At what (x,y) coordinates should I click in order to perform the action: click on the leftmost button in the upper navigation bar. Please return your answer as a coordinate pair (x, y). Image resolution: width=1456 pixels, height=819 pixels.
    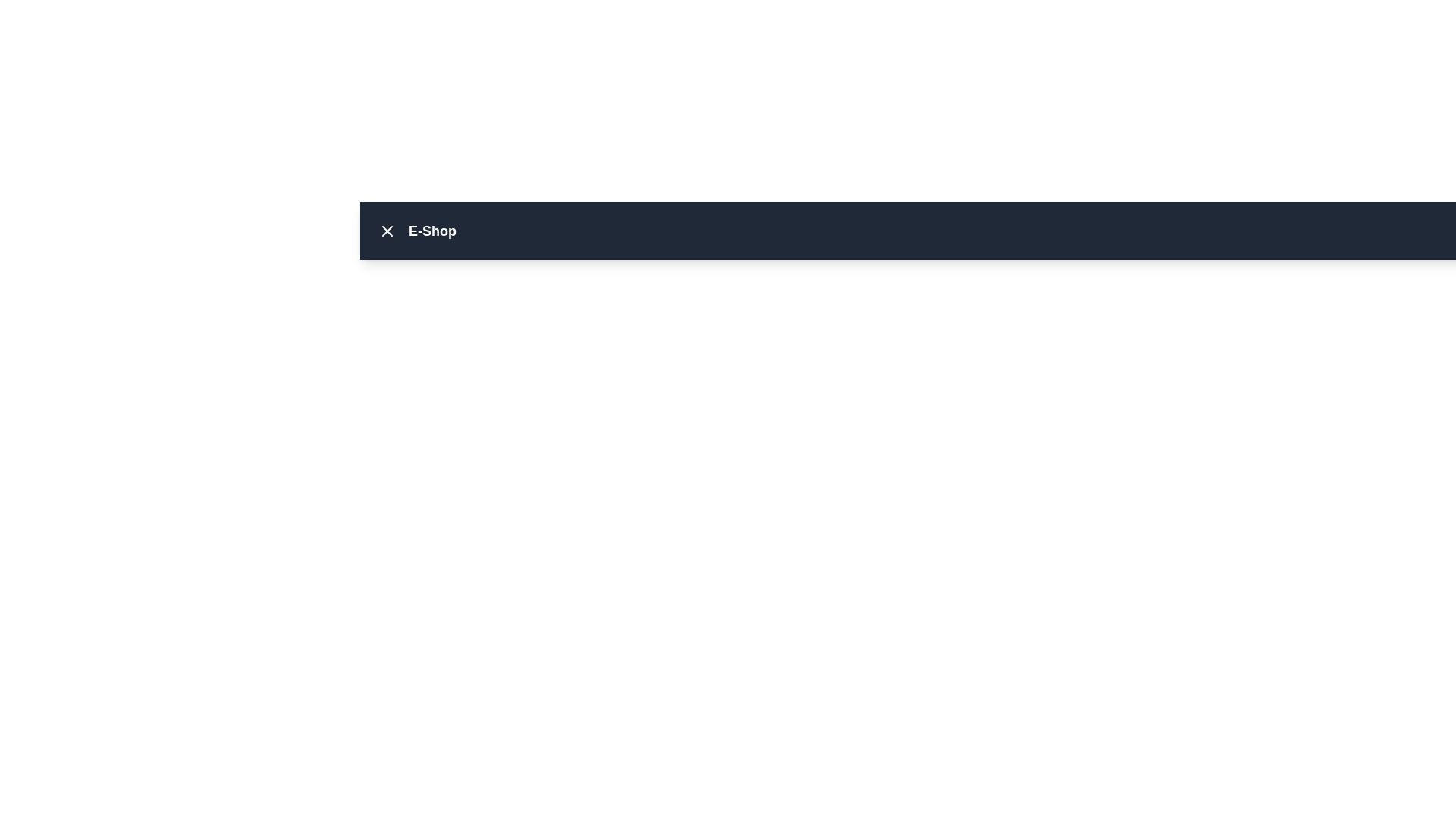
    Looking at the image, I should click on (387, 231).